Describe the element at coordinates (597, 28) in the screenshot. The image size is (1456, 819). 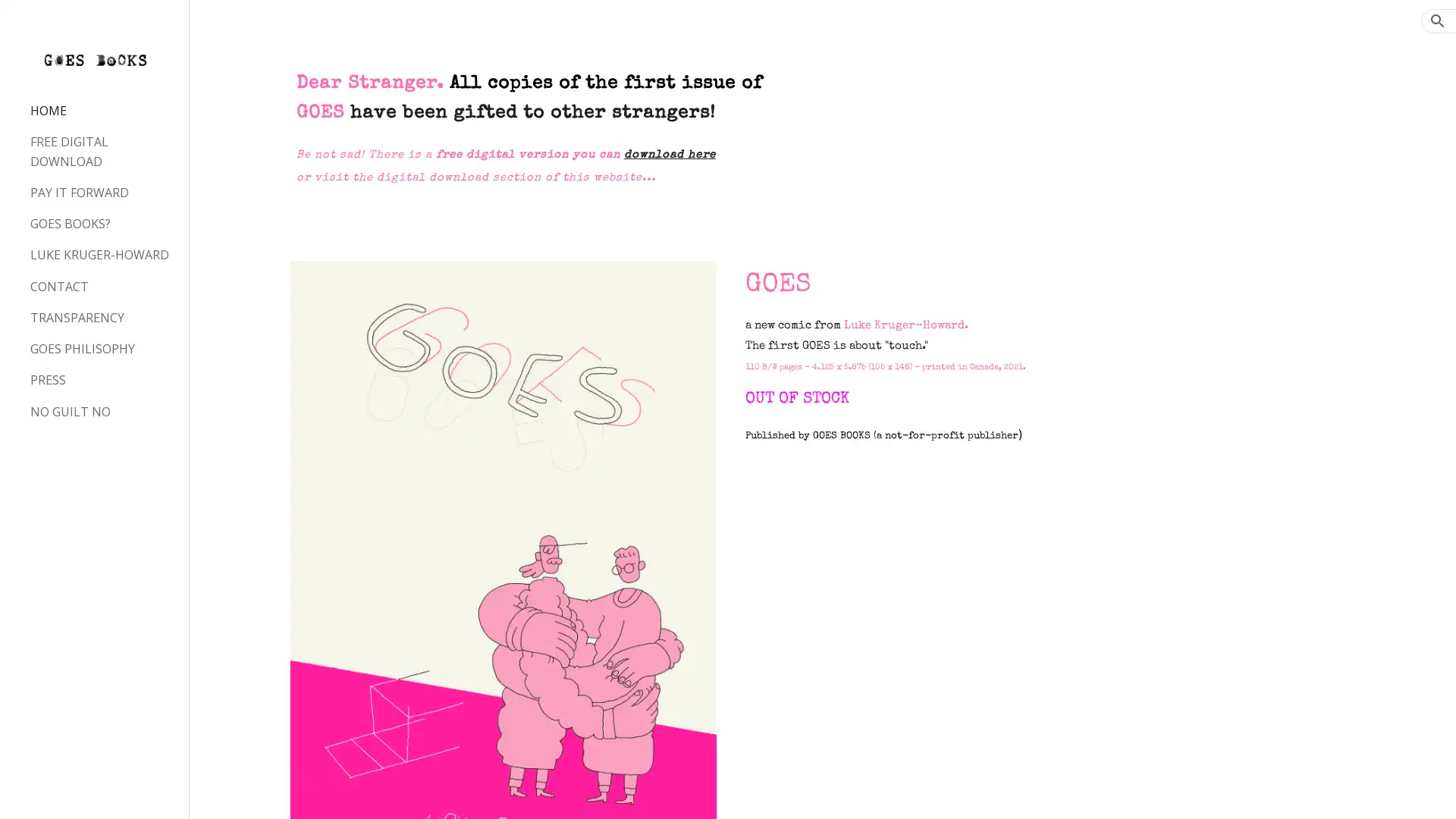
I see `Skip to main content` at that location.